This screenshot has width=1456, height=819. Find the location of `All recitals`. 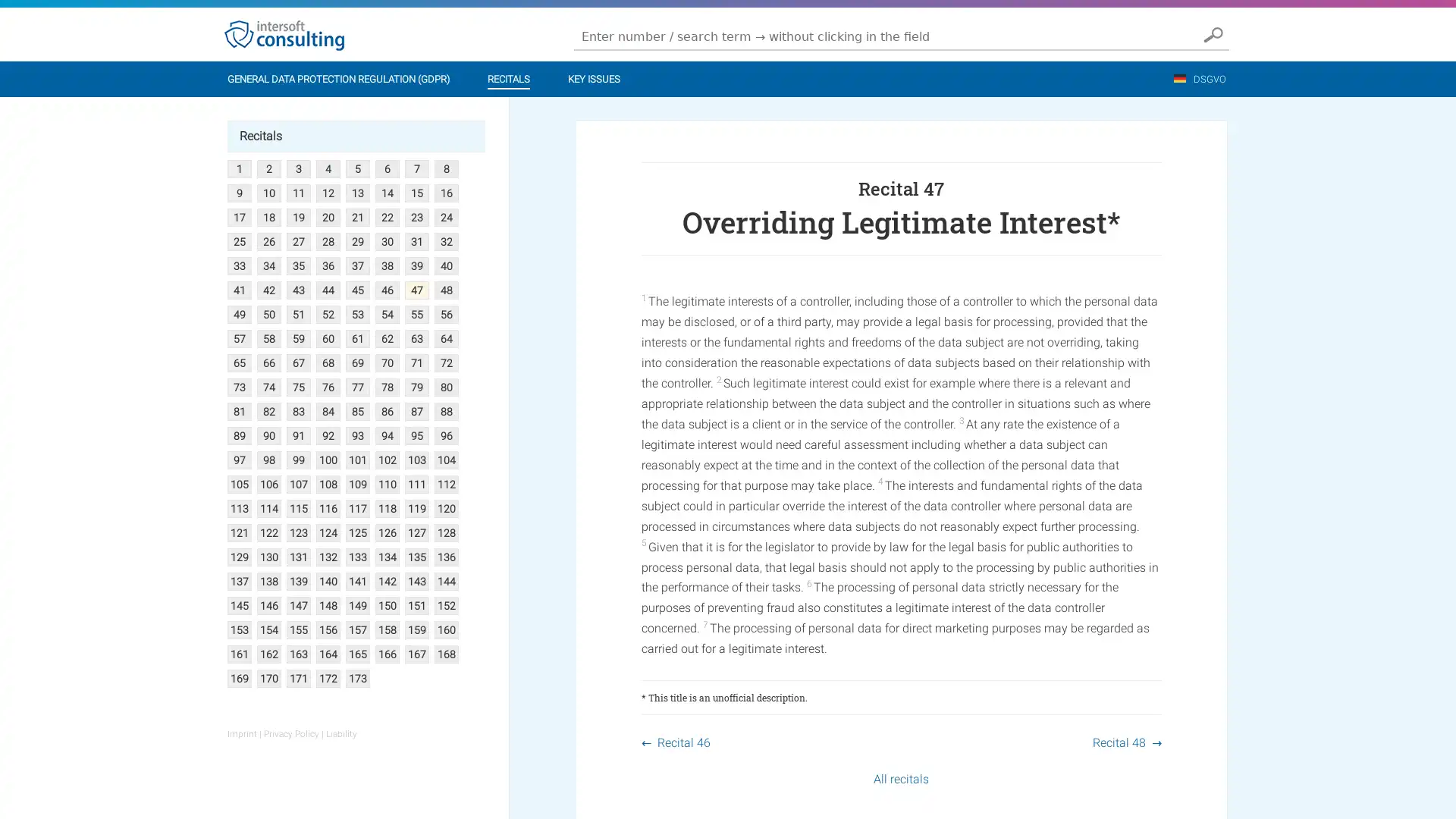

All recitals is located at coordinates (901, 786).